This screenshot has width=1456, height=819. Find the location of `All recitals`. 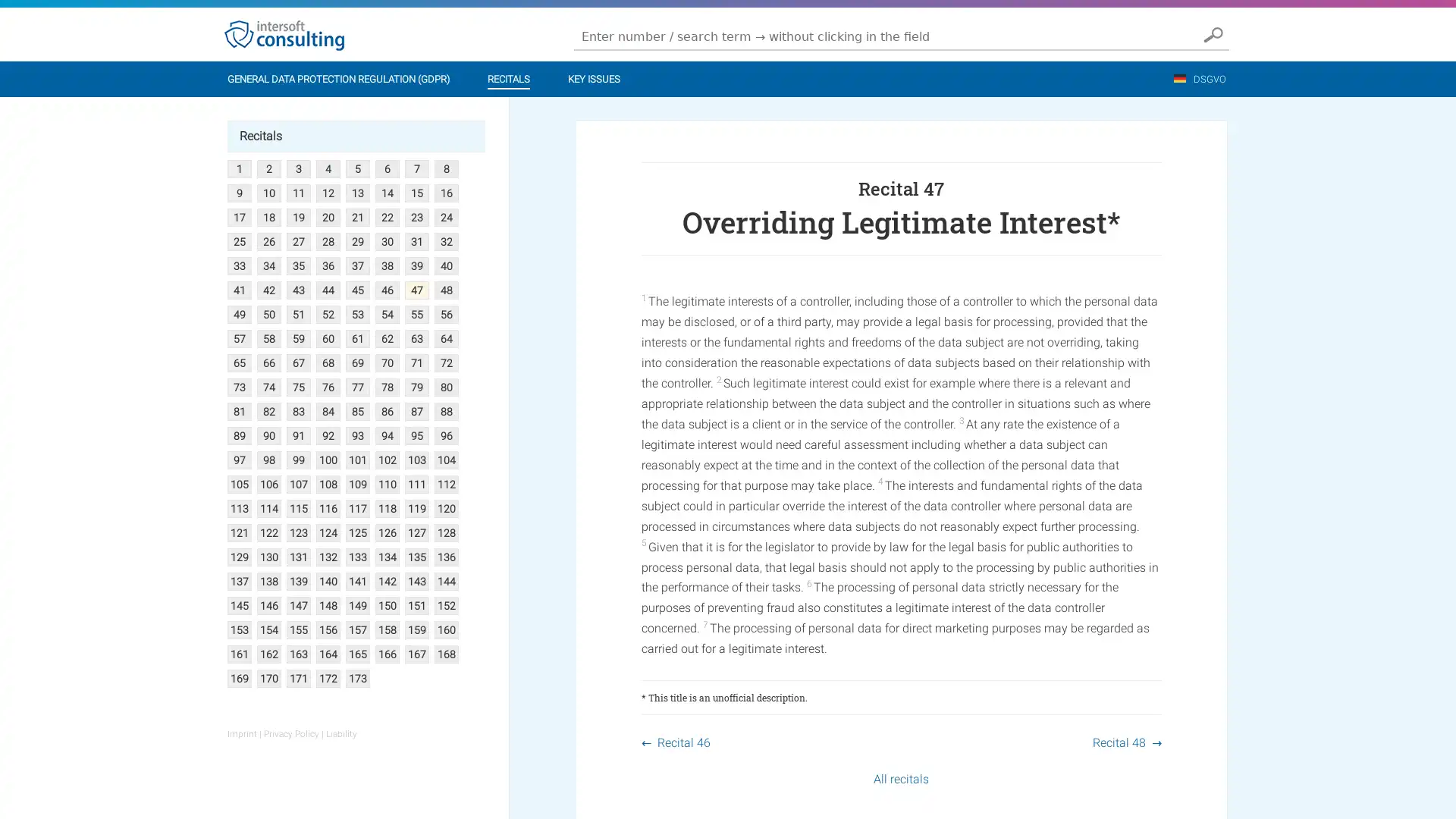

All recitals is located at coordinates (901, 786).